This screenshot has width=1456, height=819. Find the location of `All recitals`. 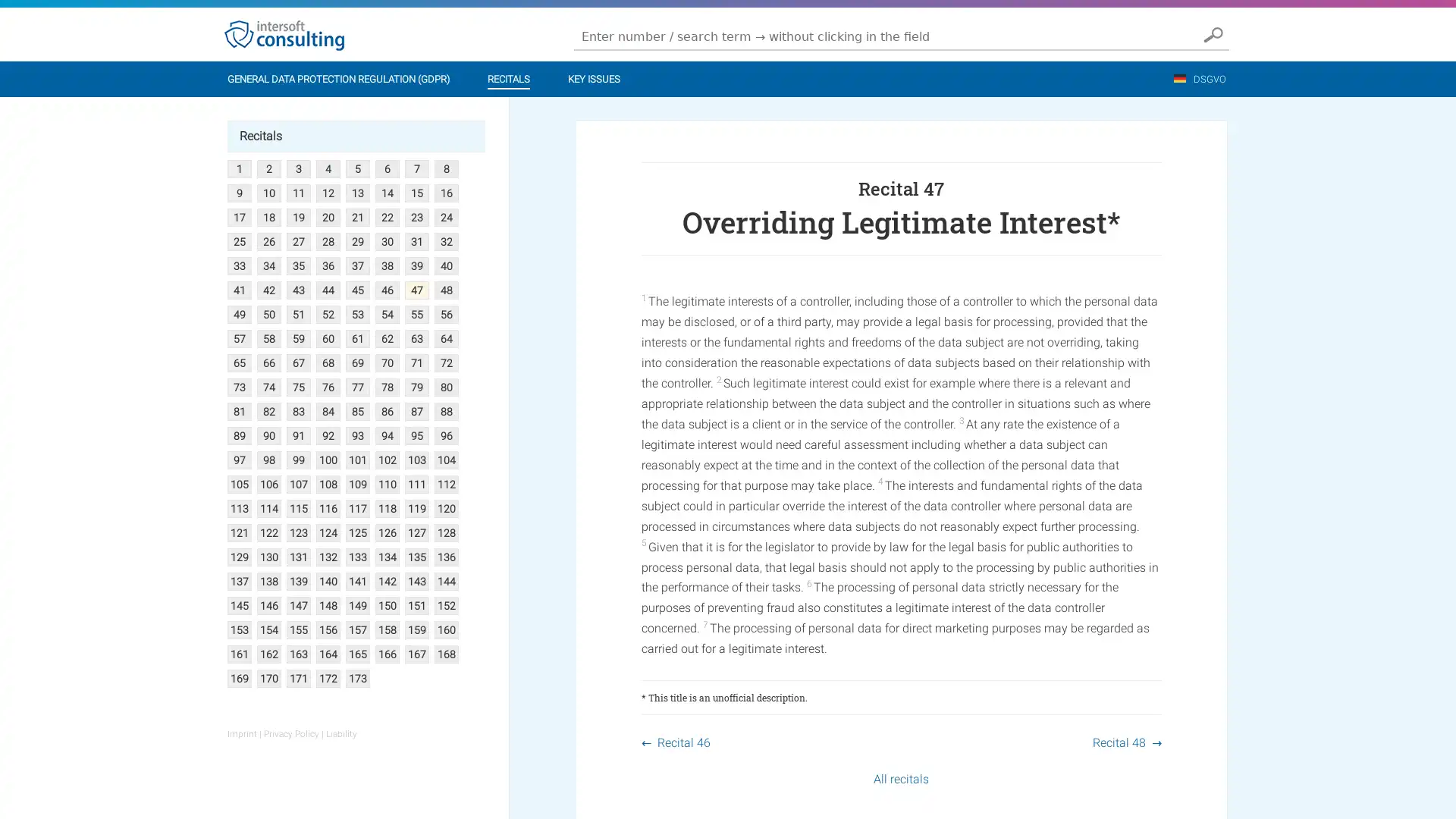

All recitals is located at coordinates (901, 786).